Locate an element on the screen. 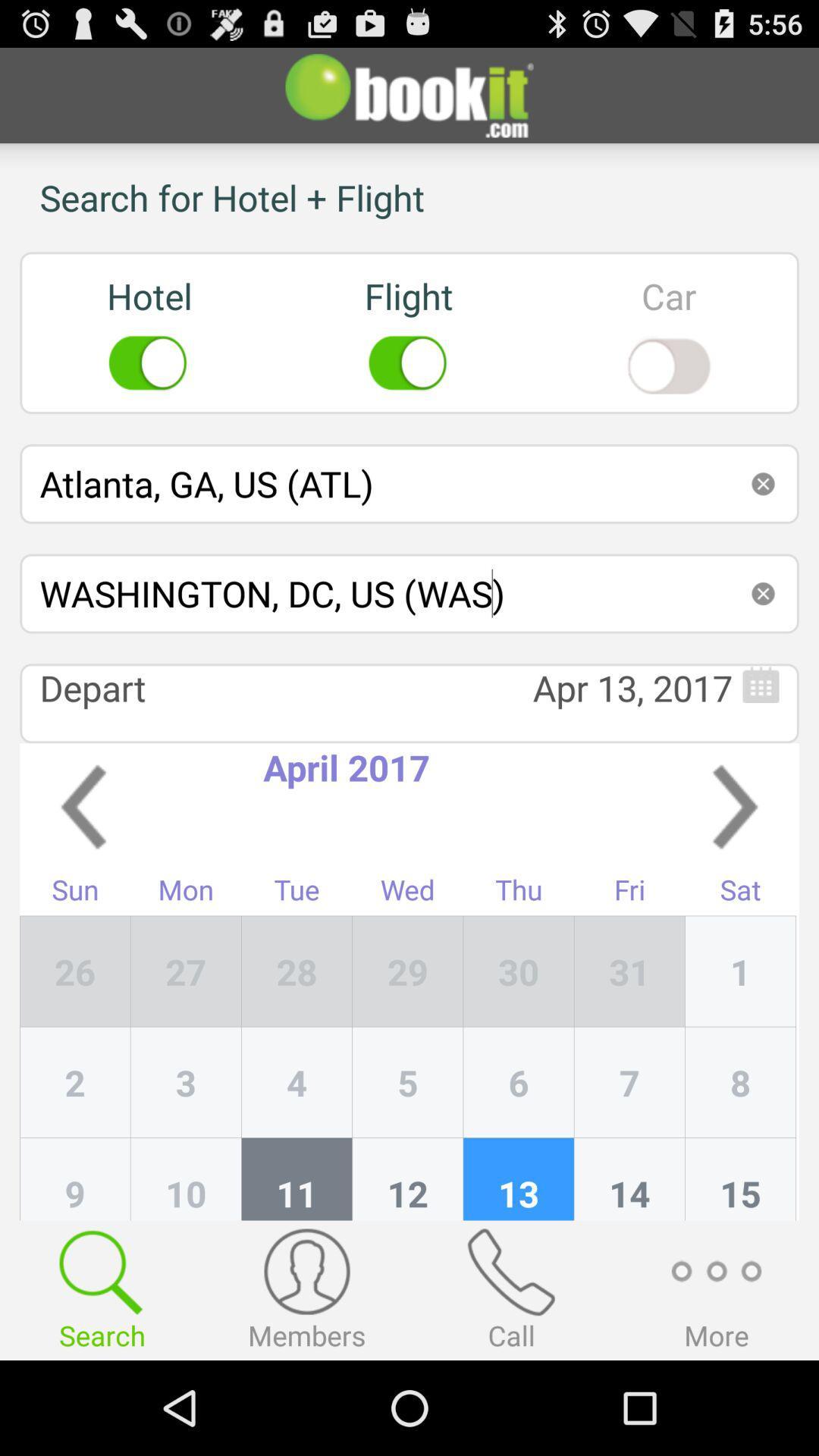 This screenshot has width=819, height=1456. the item below the 2 item is located at coordinates (185, 1178).